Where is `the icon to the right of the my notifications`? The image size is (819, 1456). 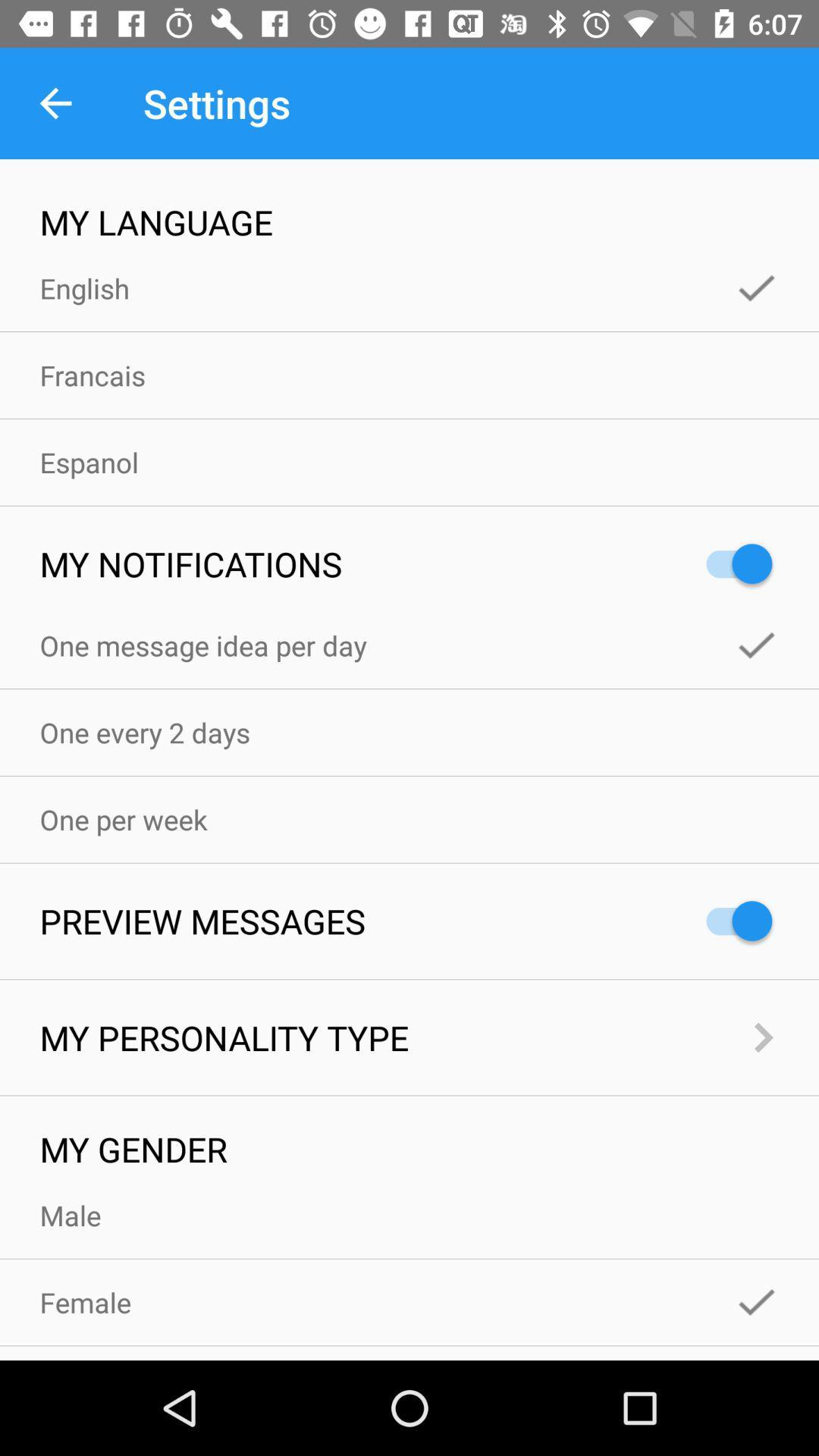 the icon to the right of the my notifications is located at coordinates (731, 563).